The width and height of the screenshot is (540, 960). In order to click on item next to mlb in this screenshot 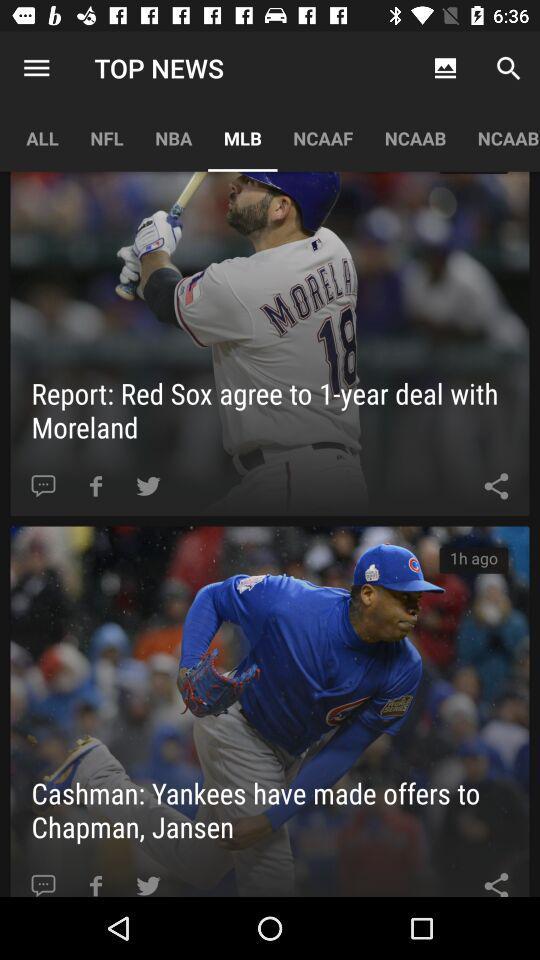, I will do `click(323, 137)`.